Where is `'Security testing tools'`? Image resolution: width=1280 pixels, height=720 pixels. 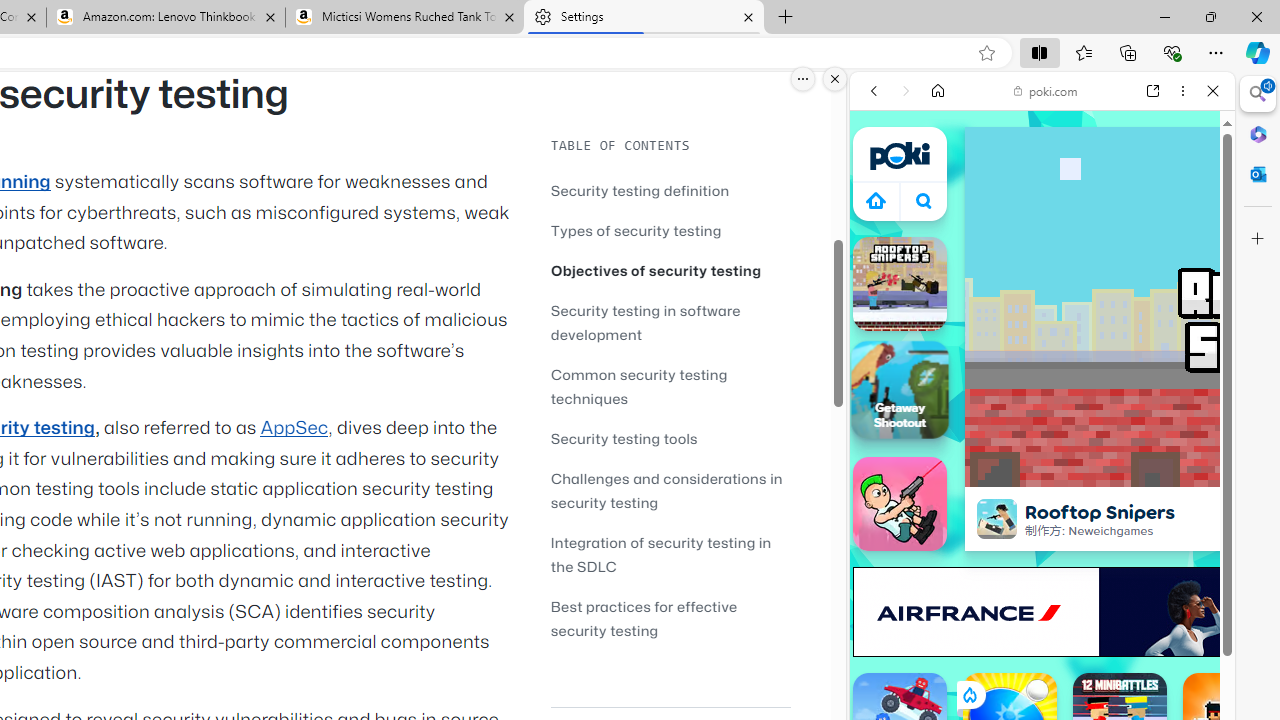 'Security testing tools' is located at coordinates (623, 437).